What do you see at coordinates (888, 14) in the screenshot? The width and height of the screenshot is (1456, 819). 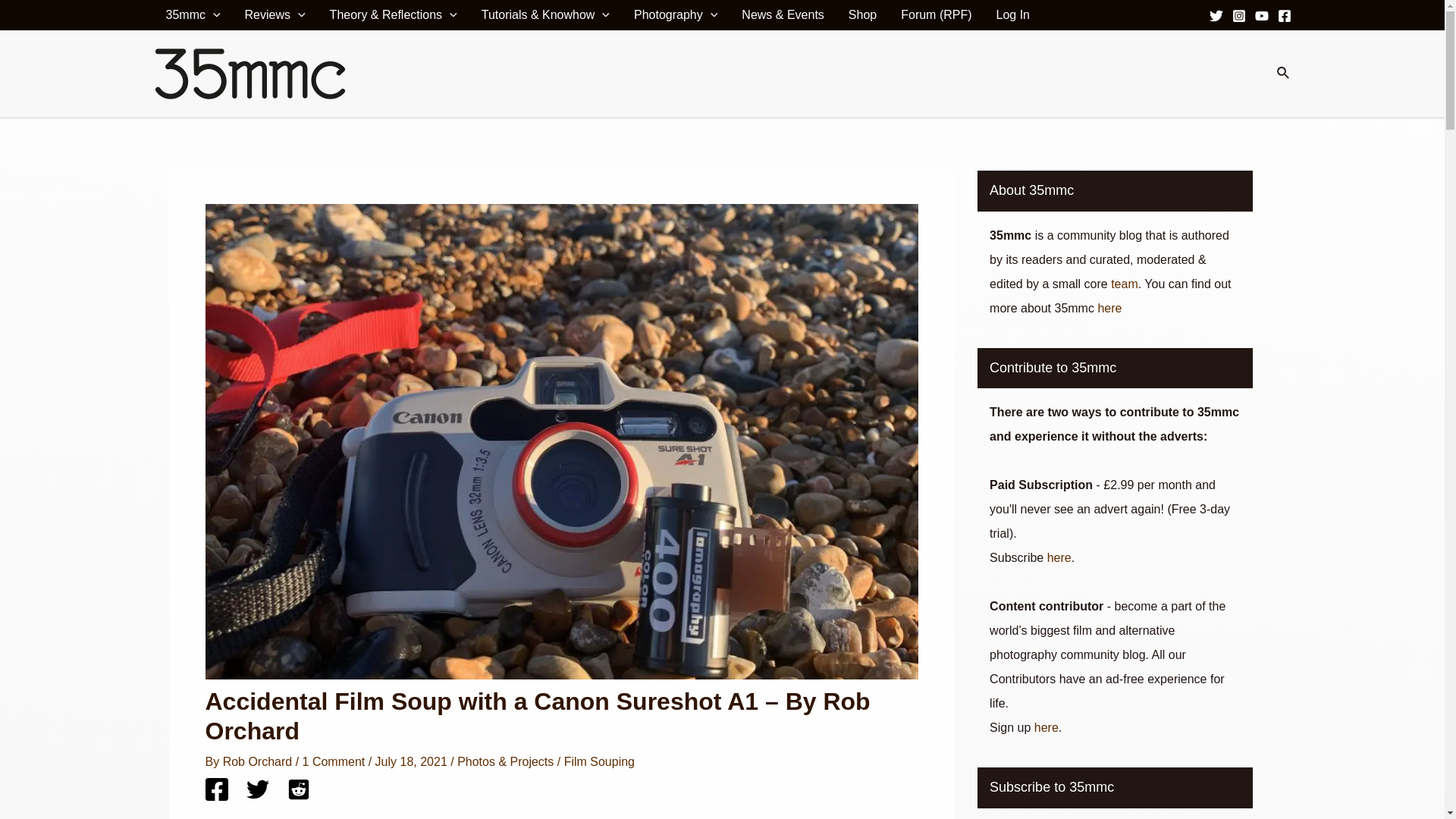 I see `'Forum (RPF)'` at bounding box center [888, 14].